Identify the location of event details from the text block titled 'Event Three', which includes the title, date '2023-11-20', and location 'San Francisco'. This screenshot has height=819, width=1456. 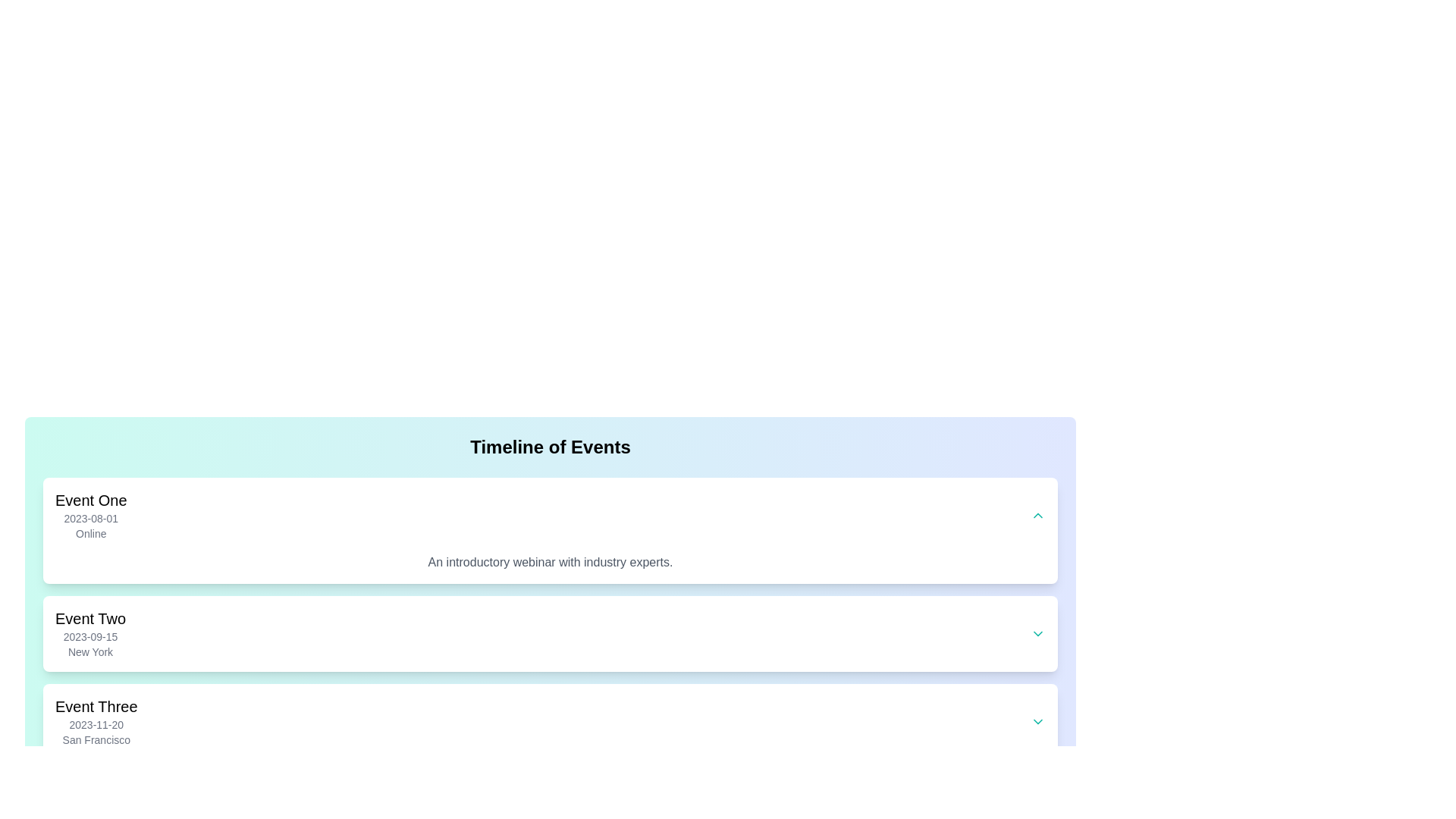
(96, 721).